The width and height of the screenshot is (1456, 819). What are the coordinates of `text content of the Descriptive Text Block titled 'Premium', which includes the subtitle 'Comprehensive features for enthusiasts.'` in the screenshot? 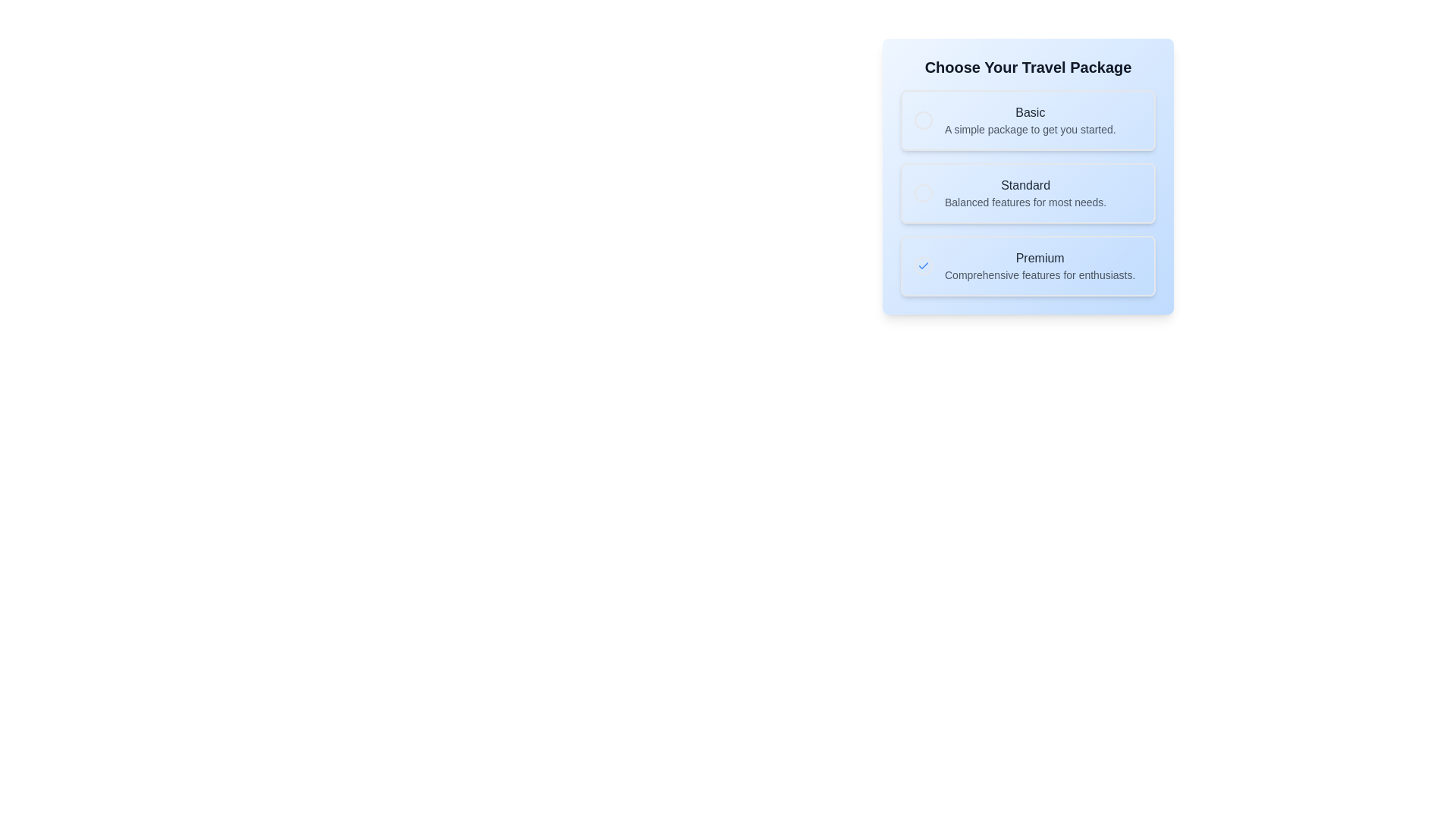 It's located at (1039, 265).